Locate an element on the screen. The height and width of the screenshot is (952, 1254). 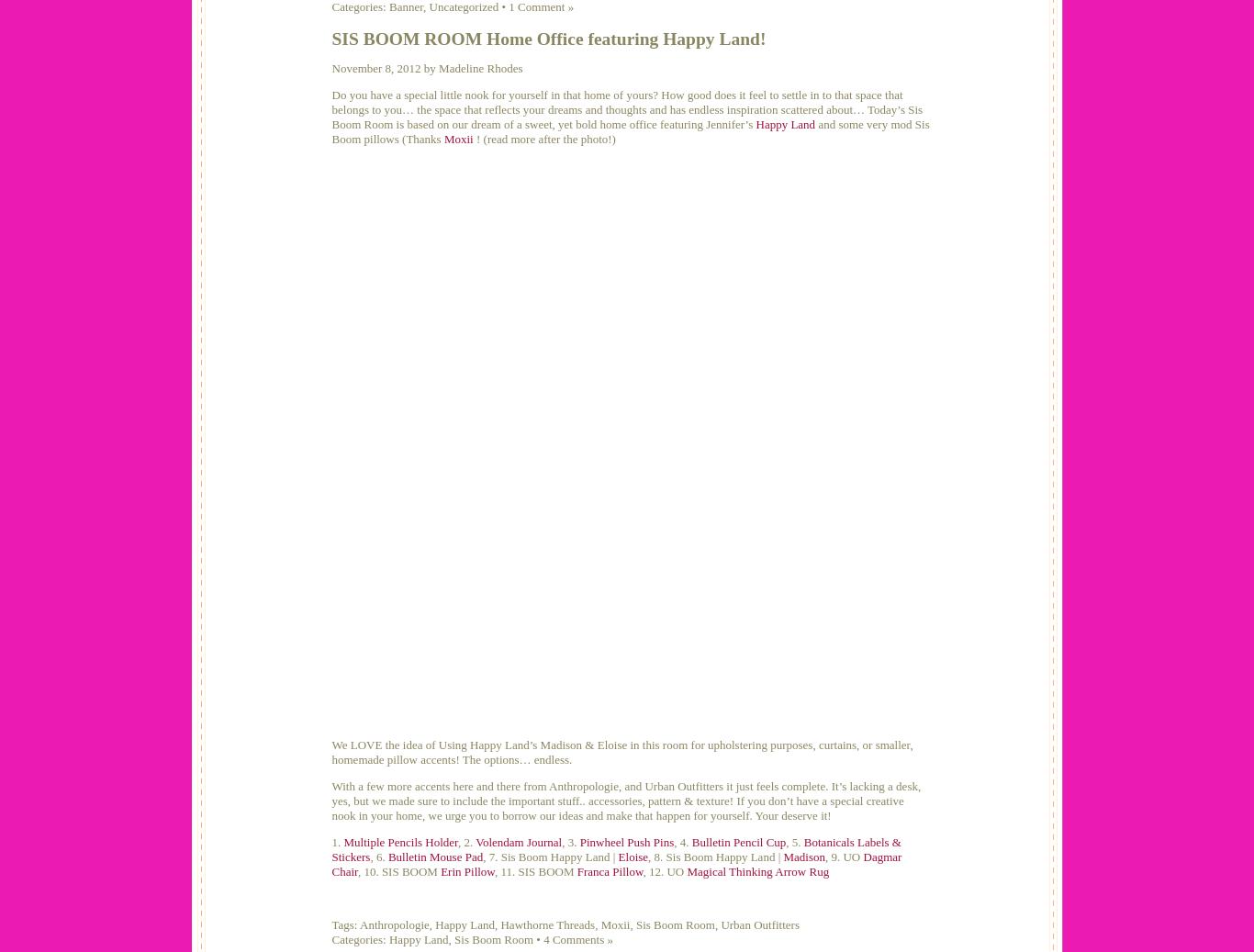
', 10. SIS BOOM' is located at coordinates (356, 871).